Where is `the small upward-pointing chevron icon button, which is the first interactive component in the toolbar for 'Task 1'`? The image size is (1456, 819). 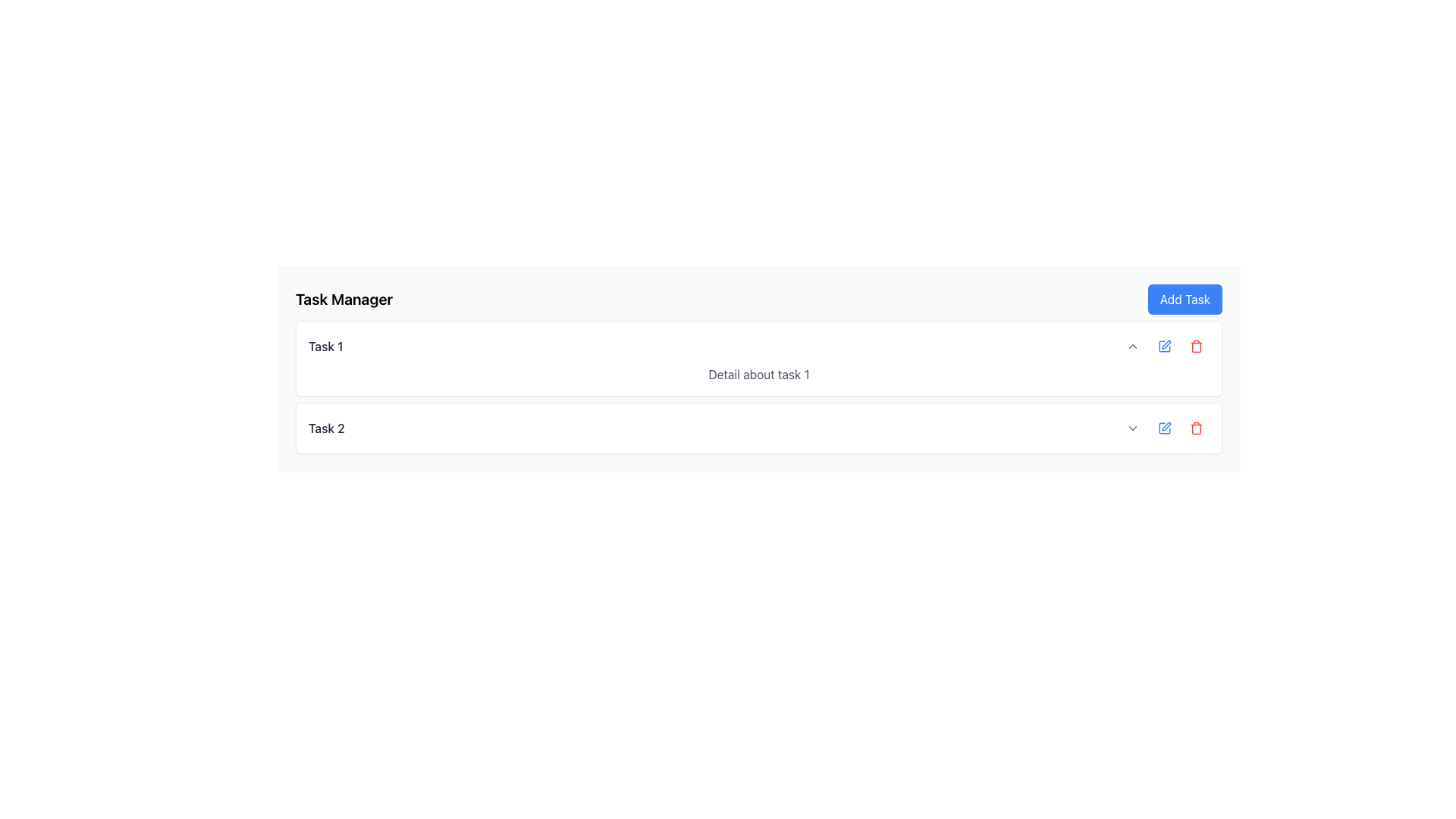 the small upward-pointing chevron icon button, which is the first interactive component in the toolbar for 'Task 1' is located at coordinates (1132, 346).